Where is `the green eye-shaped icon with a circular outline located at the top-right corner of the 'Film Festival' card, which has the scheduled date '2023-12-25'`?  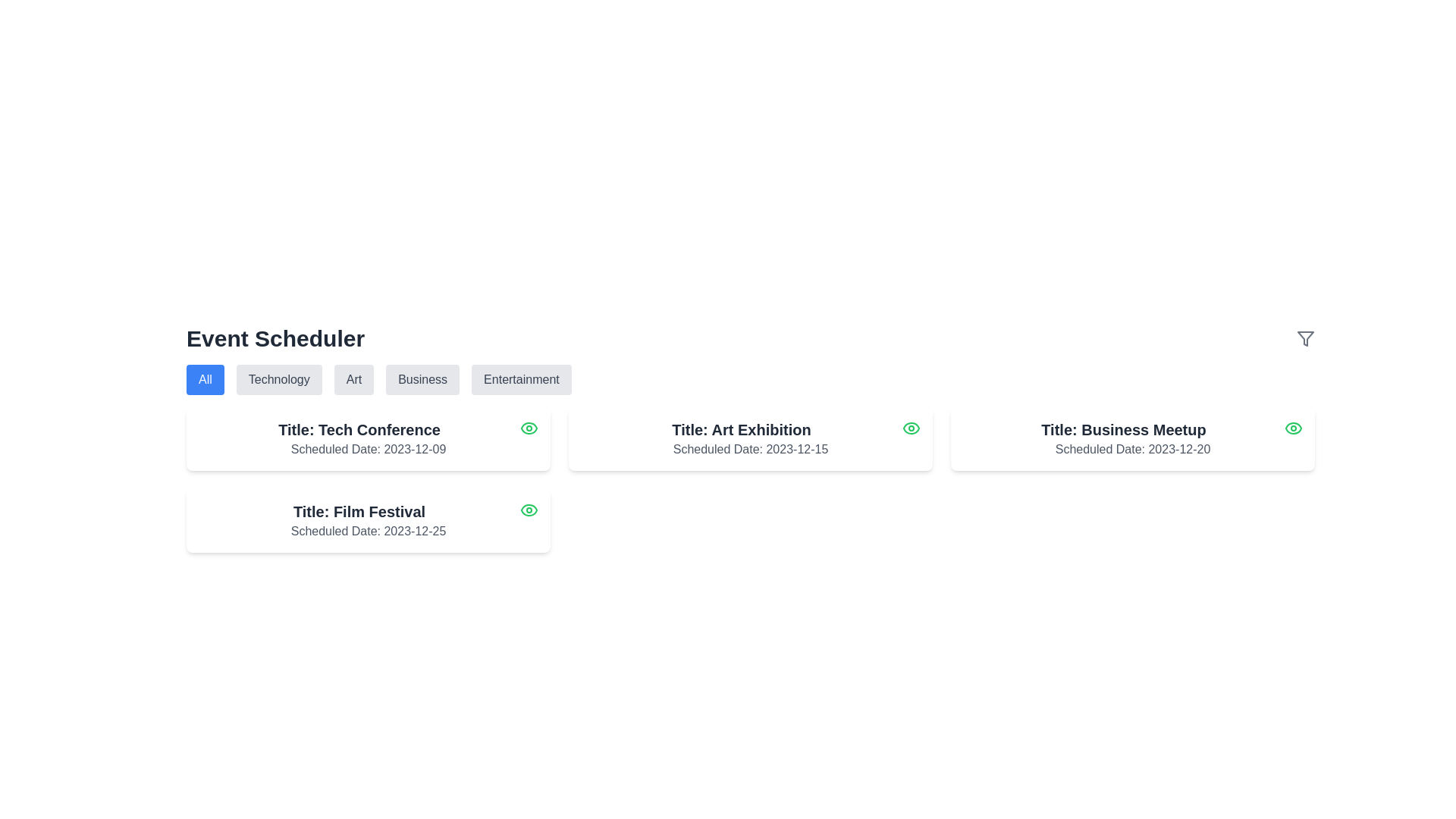 the green eye-shaped icon with a circular outline located at the top-right corner of the 'Film Festival' card, which has the scheduled date '2023-12-25' is located at coordinates (529, 510).